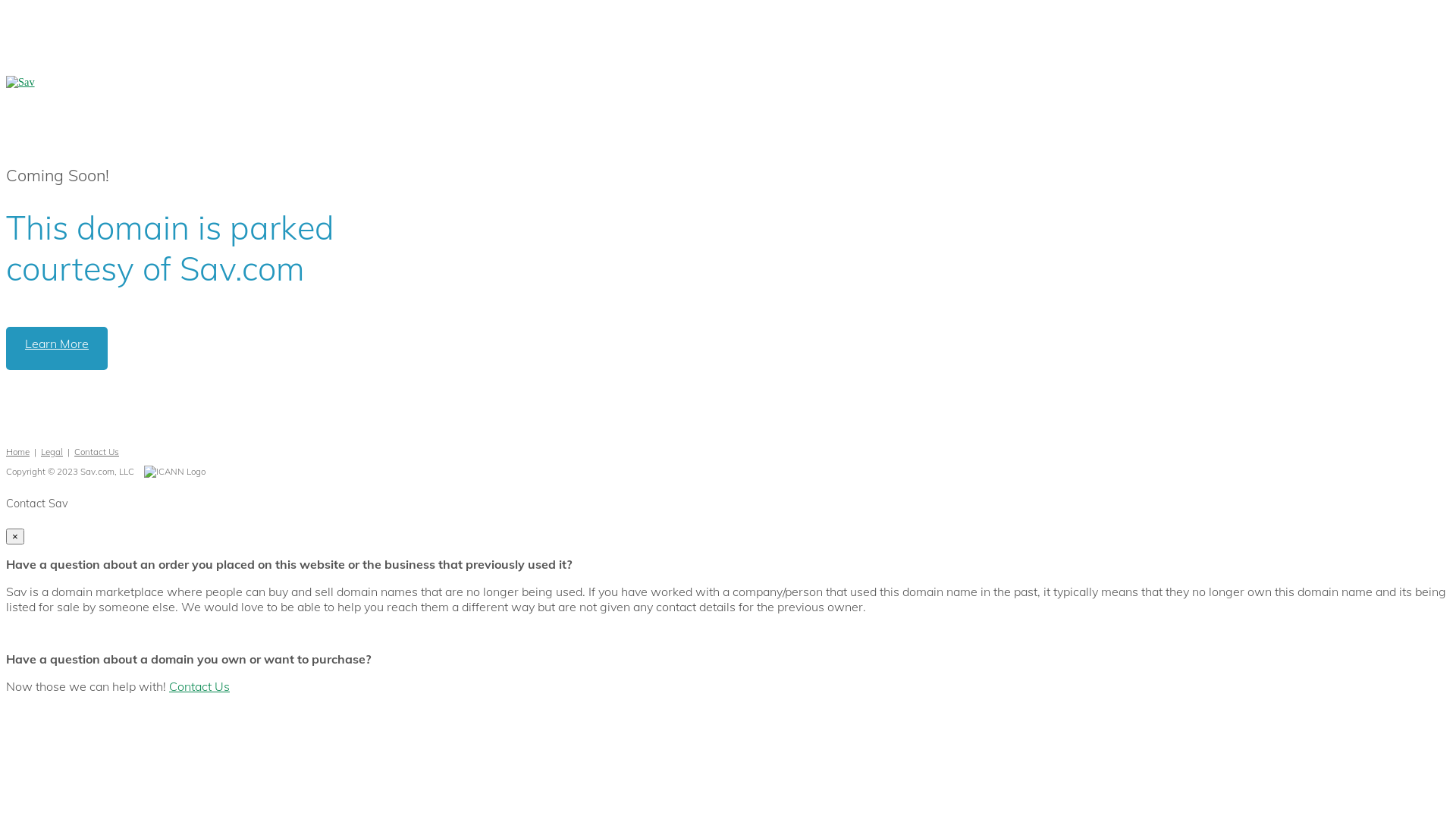 The height and width of the screenshot is (819, 1456). I want to click on 'Legal', so click(40, 450).